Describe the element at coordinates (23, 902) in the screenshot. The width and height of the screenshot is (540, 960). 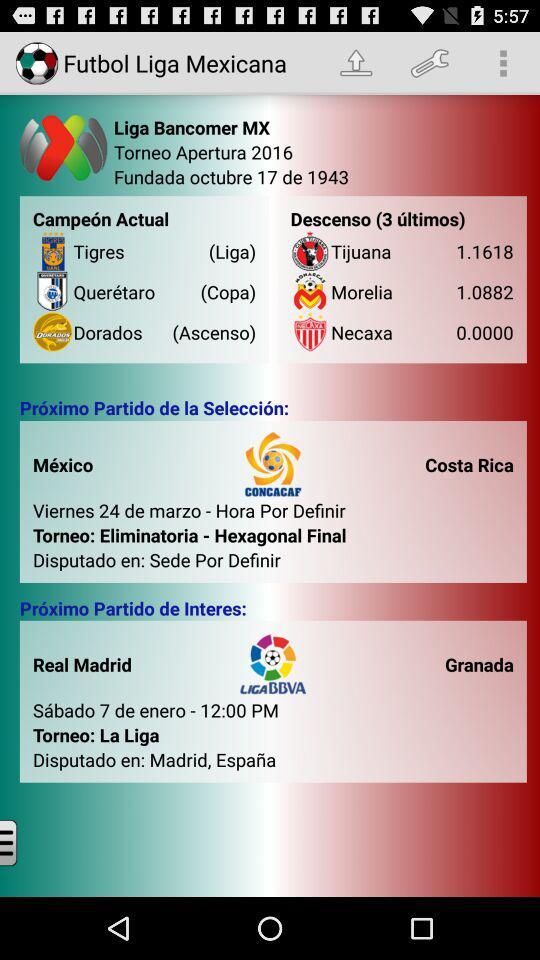
I see `the menu icon` at that location.